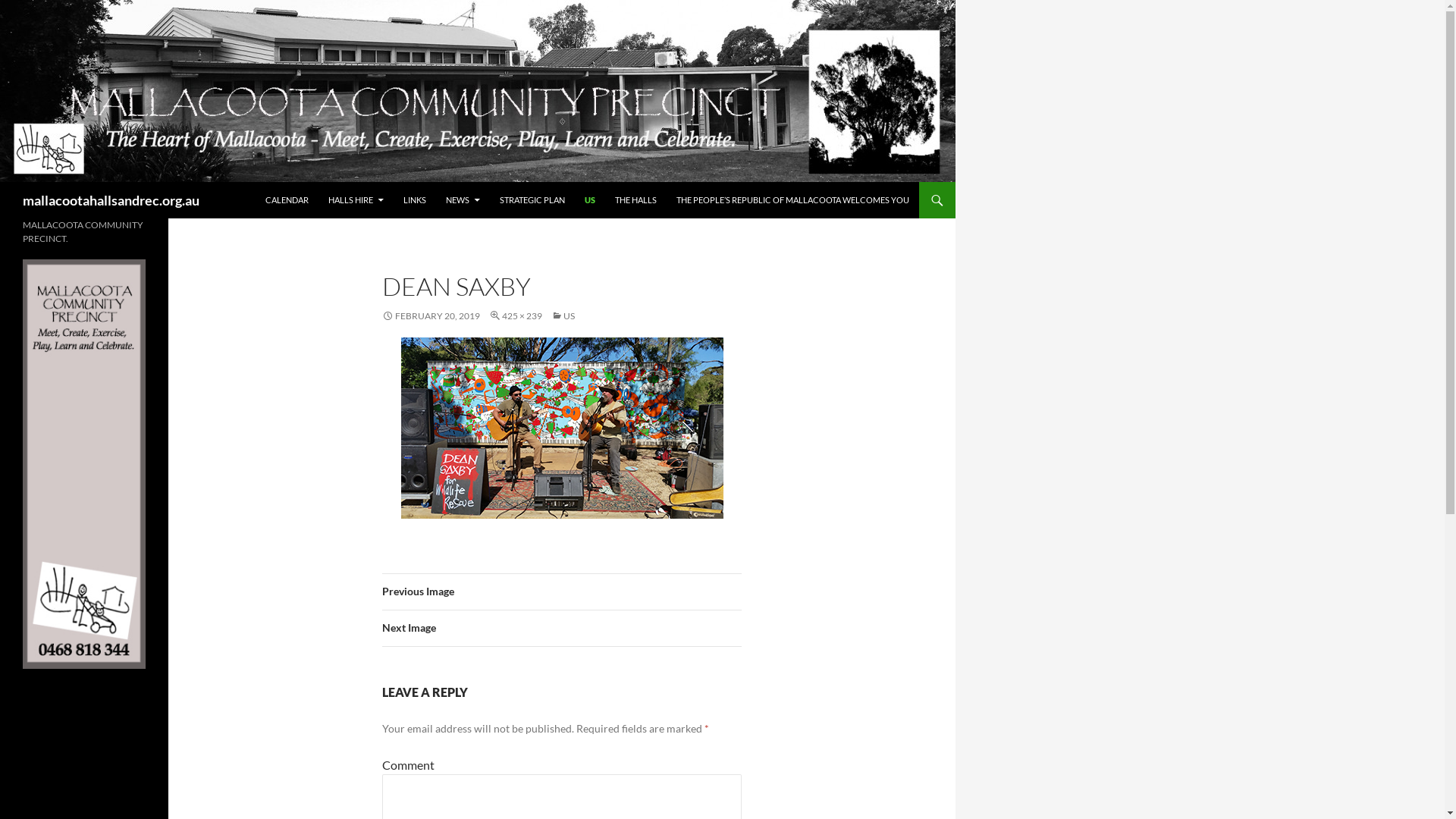 This screenshot has height=819, width=1456. Describe the element at coordinates (462, 199) in the screenshot. I see `'NEWS'` at that location.